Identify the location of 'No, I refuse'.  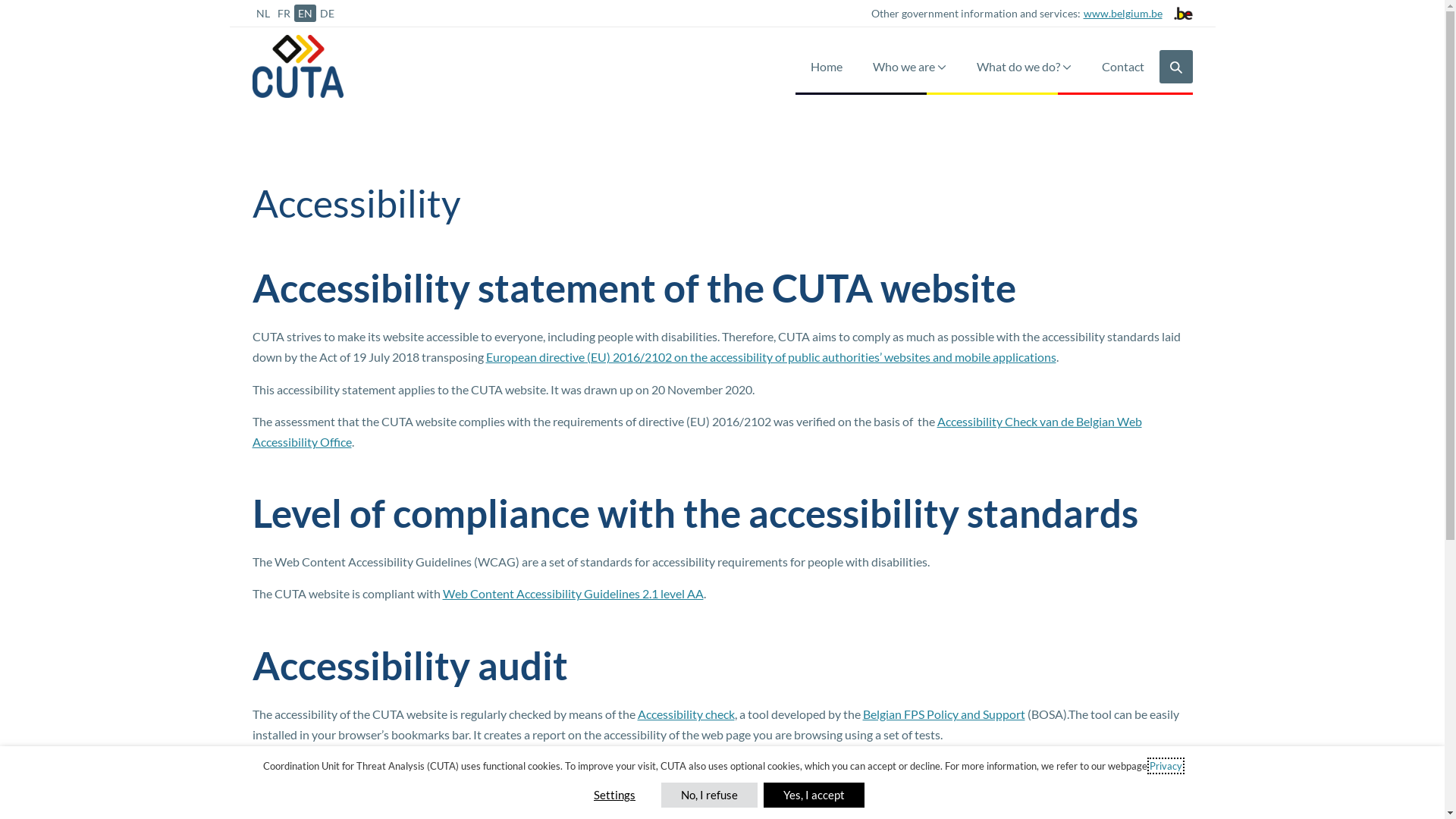
(708, 794).